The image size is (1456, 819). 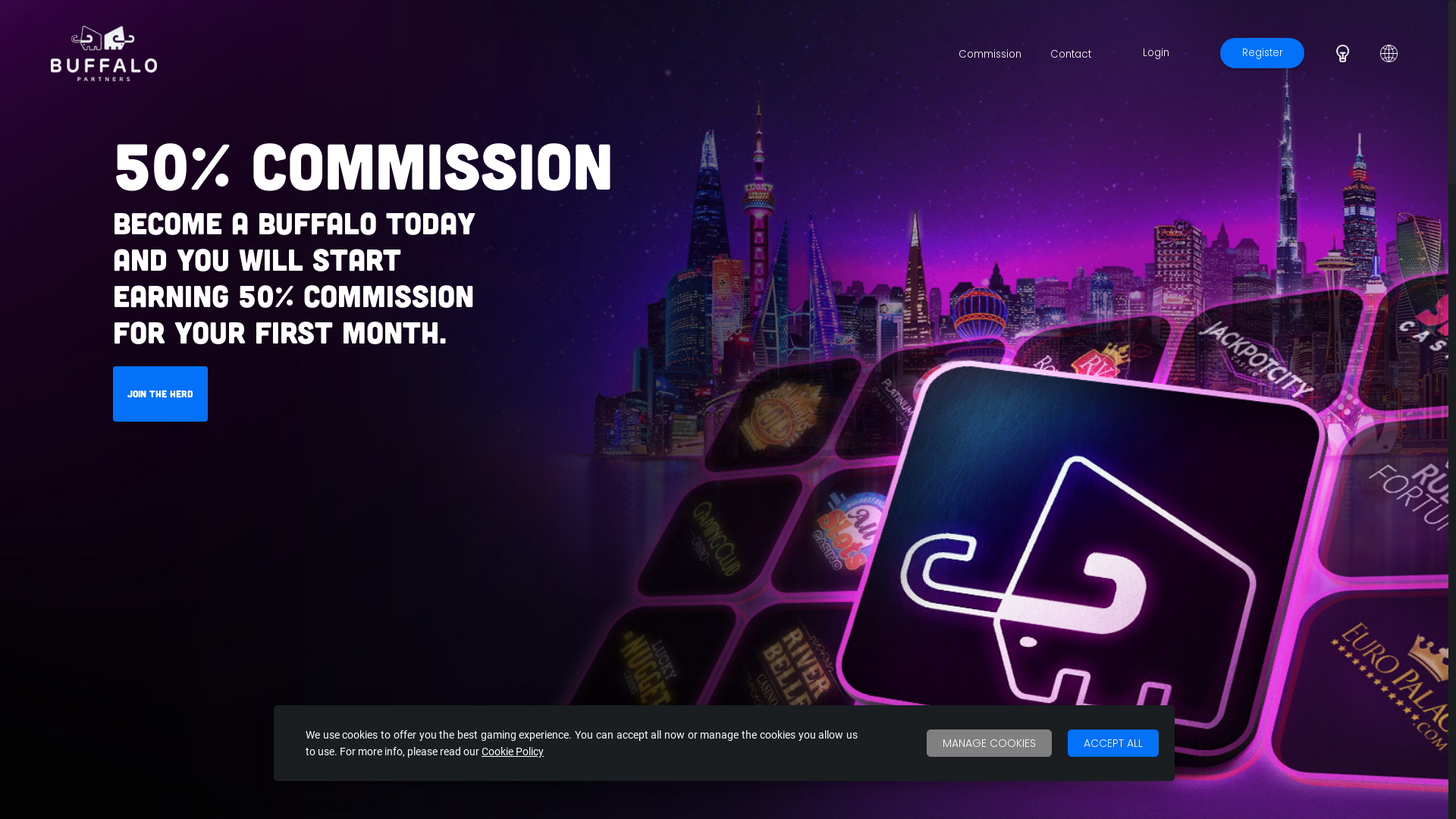 What do you see at coordinates (989, 742) in the screenshot?
I see `'MANAGE COOKIES'` at bounding box center [989, 742].